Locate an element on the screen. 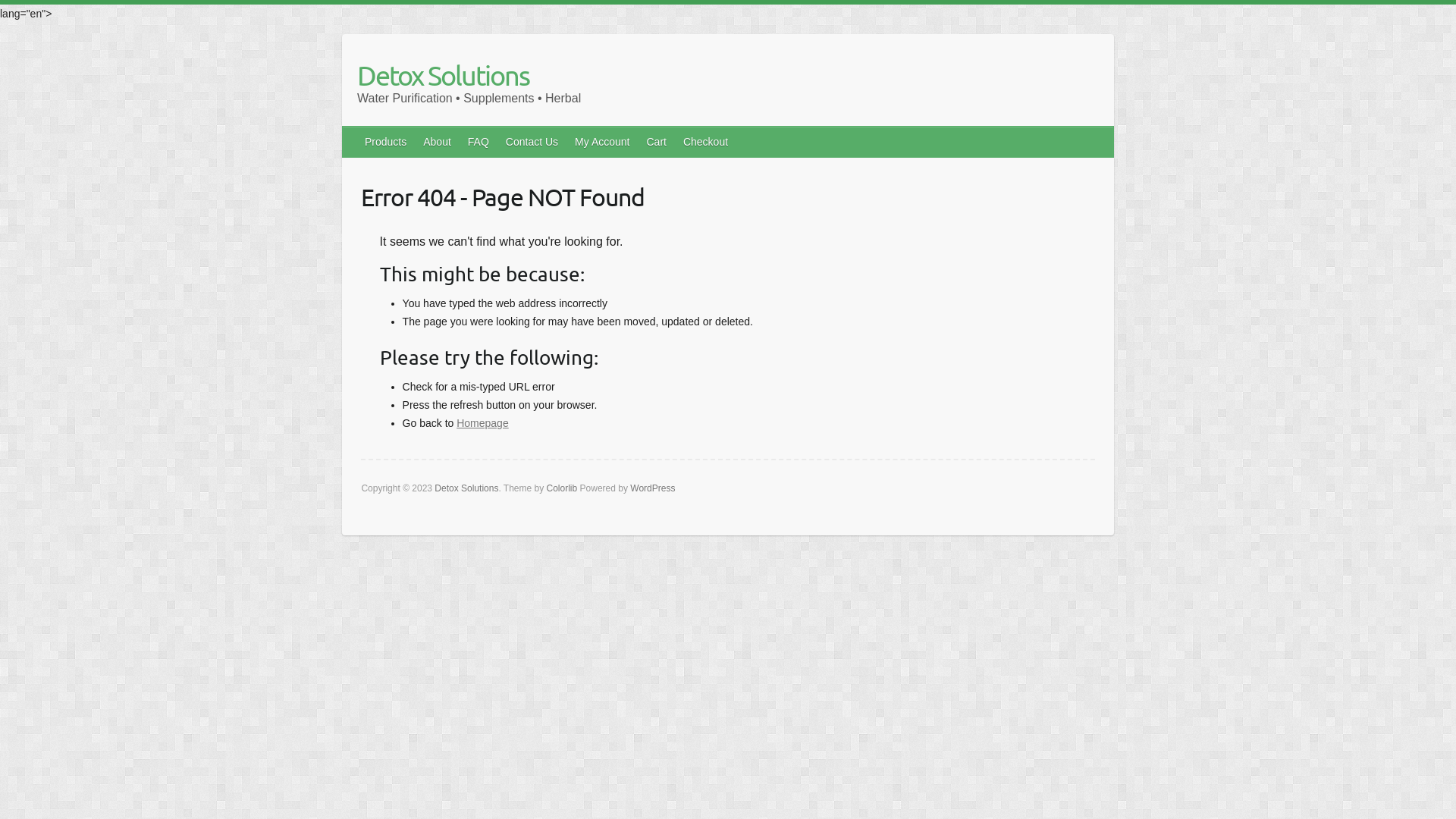 The height and width of the screenshot is (819, 1456). 'Colorlib' is located at coordinates (561, 488).